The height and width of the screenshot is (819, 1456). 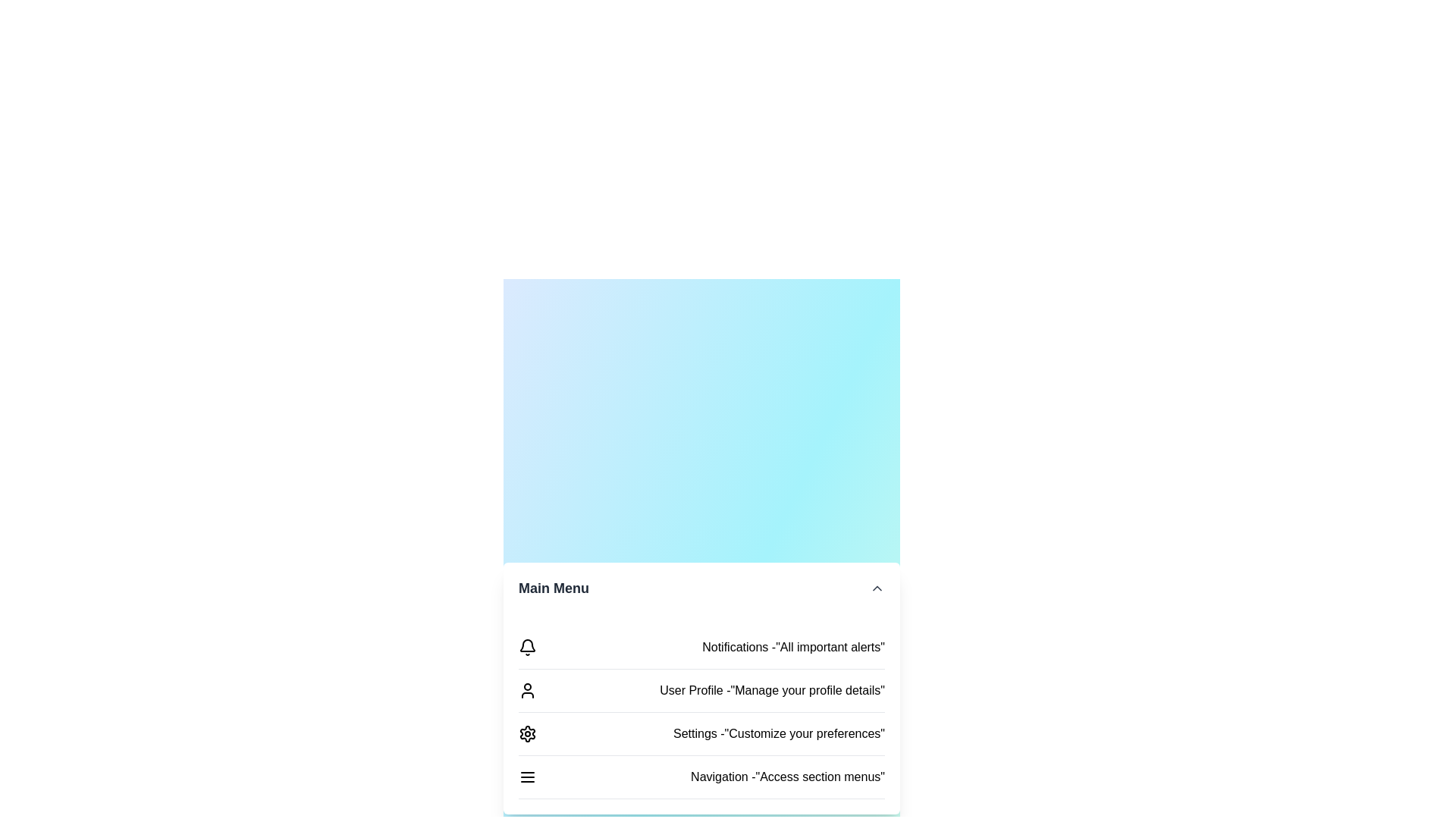 I want to click on the menu item User Profile to interact with it, so click(x=701, y=691).